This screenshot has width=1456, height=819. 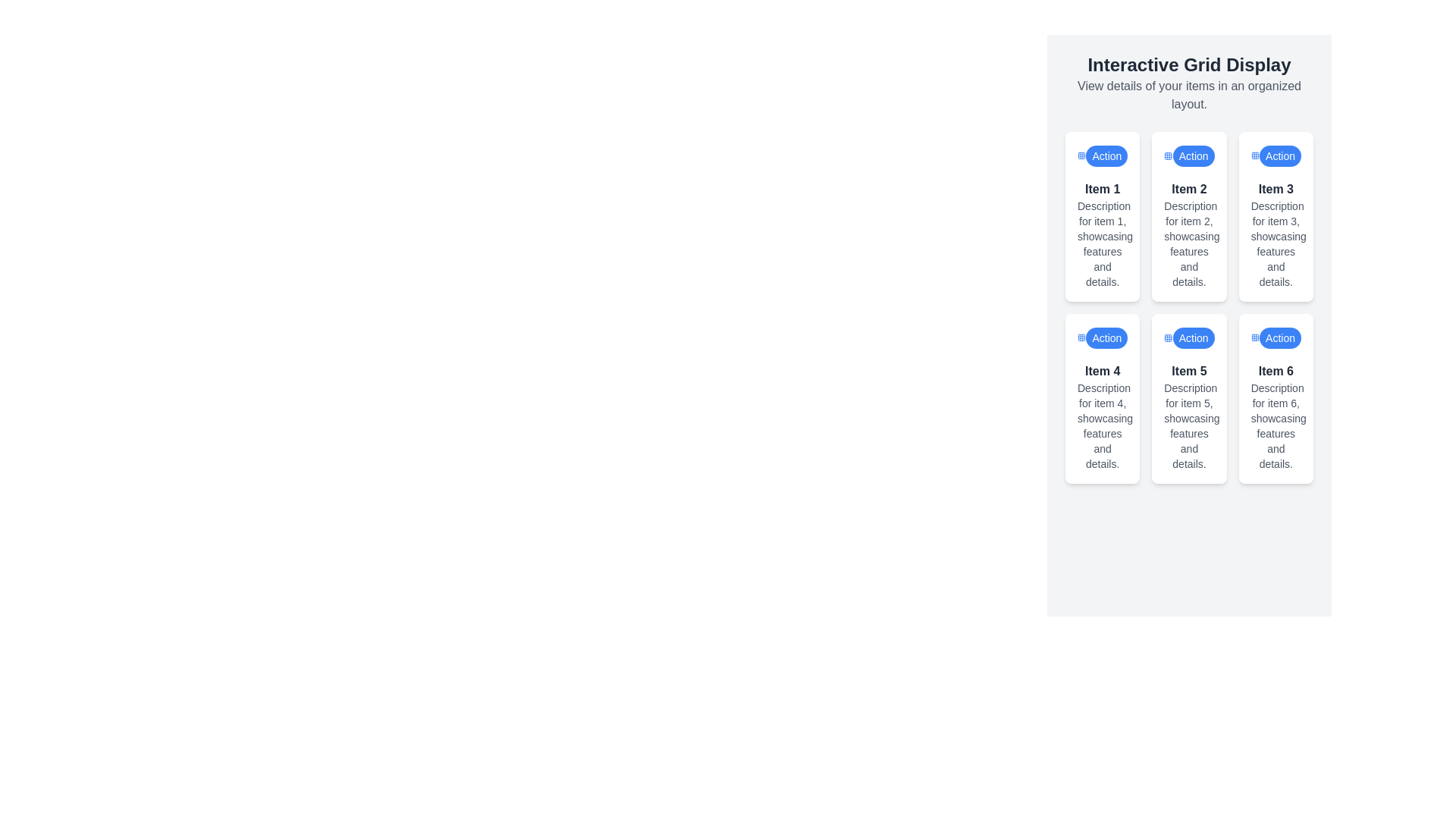 I want to click on the text label that reads 'View details of your items in an organized layout.' which is positioned below the title 'Interactive Grid Display', so click(x=1188, y=96).